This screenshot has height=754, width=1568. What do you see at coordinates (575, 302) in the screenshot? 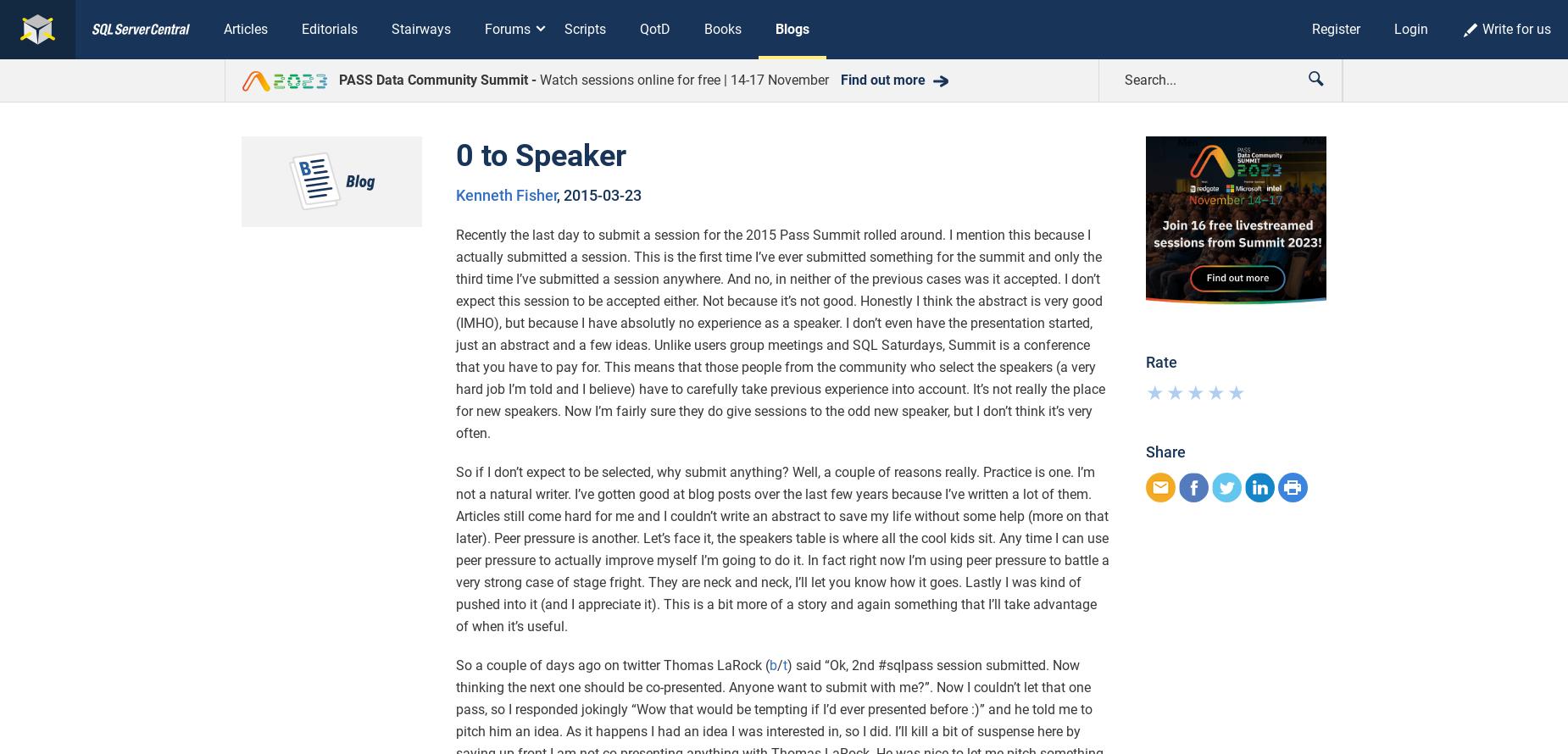
I see `'speaking'` at bounding box center [575, 302].